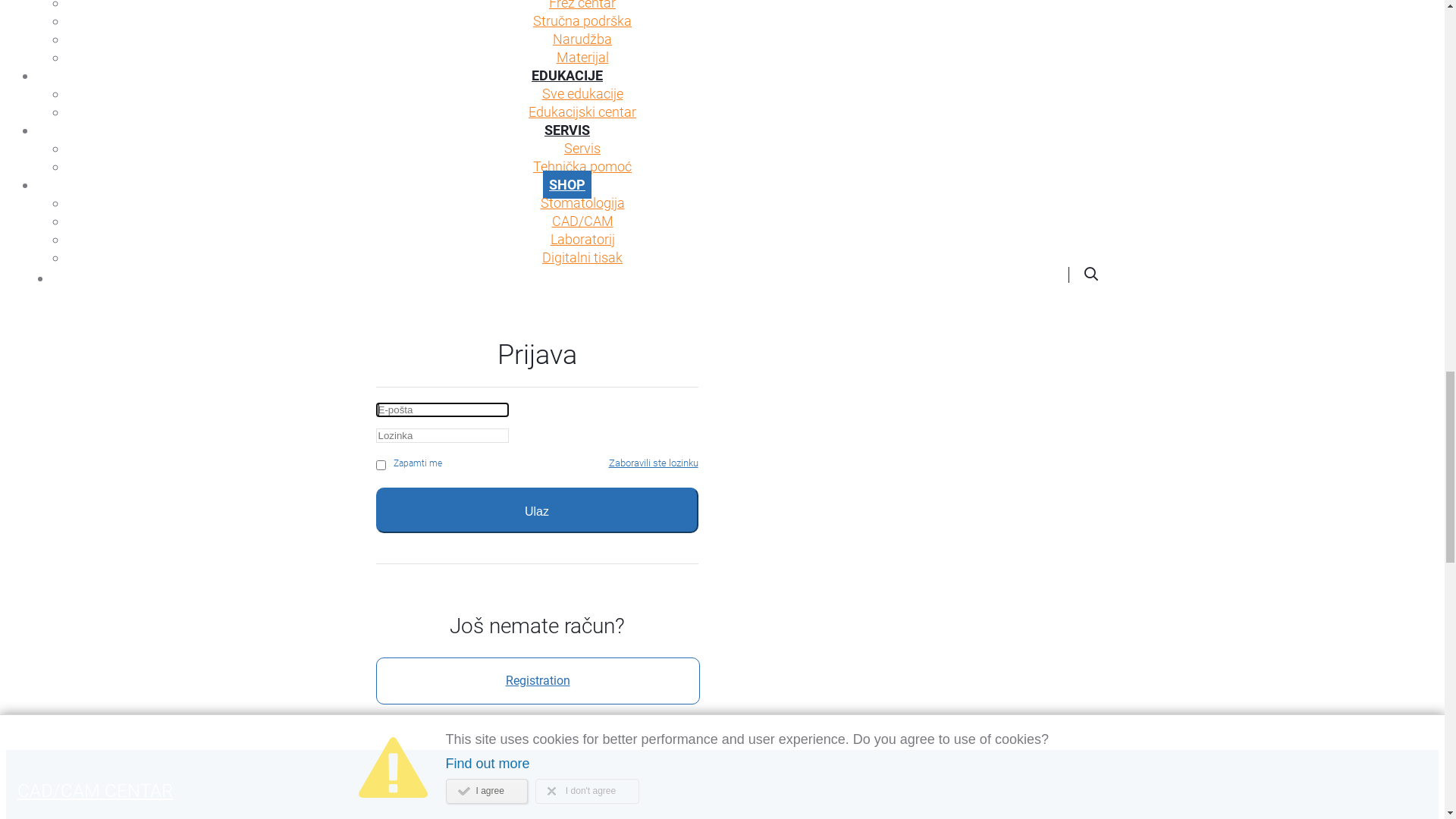 This screenshot has height=819, width=1456. What do you see at coordinates (582, 546) in the screenshot?
I see `'Materijali za reparature'` at bounding box center [582, 546].